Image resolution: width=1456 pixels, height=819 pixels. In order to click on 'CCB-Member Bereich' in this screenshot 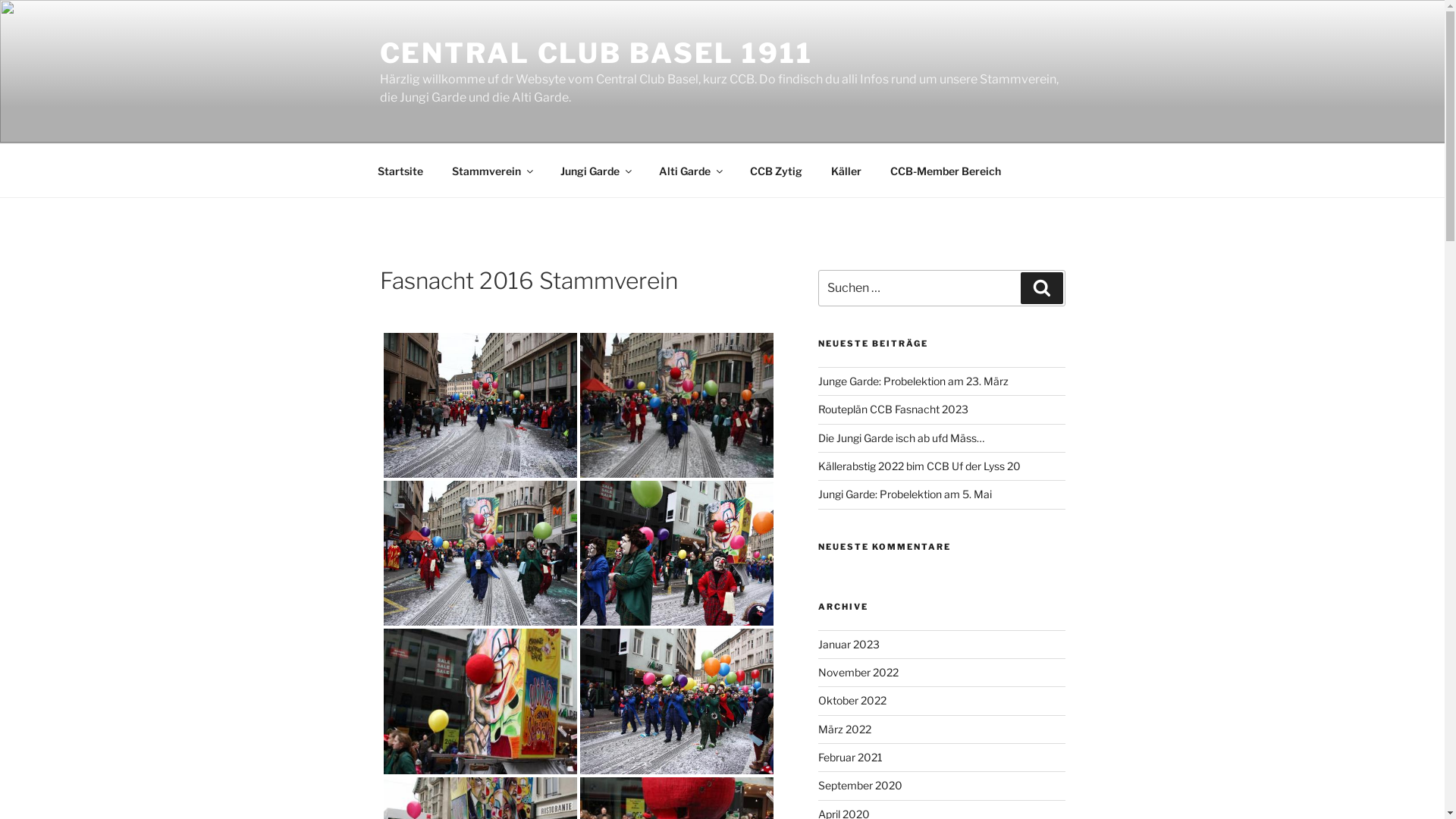, I will do `click(944, 170)`.